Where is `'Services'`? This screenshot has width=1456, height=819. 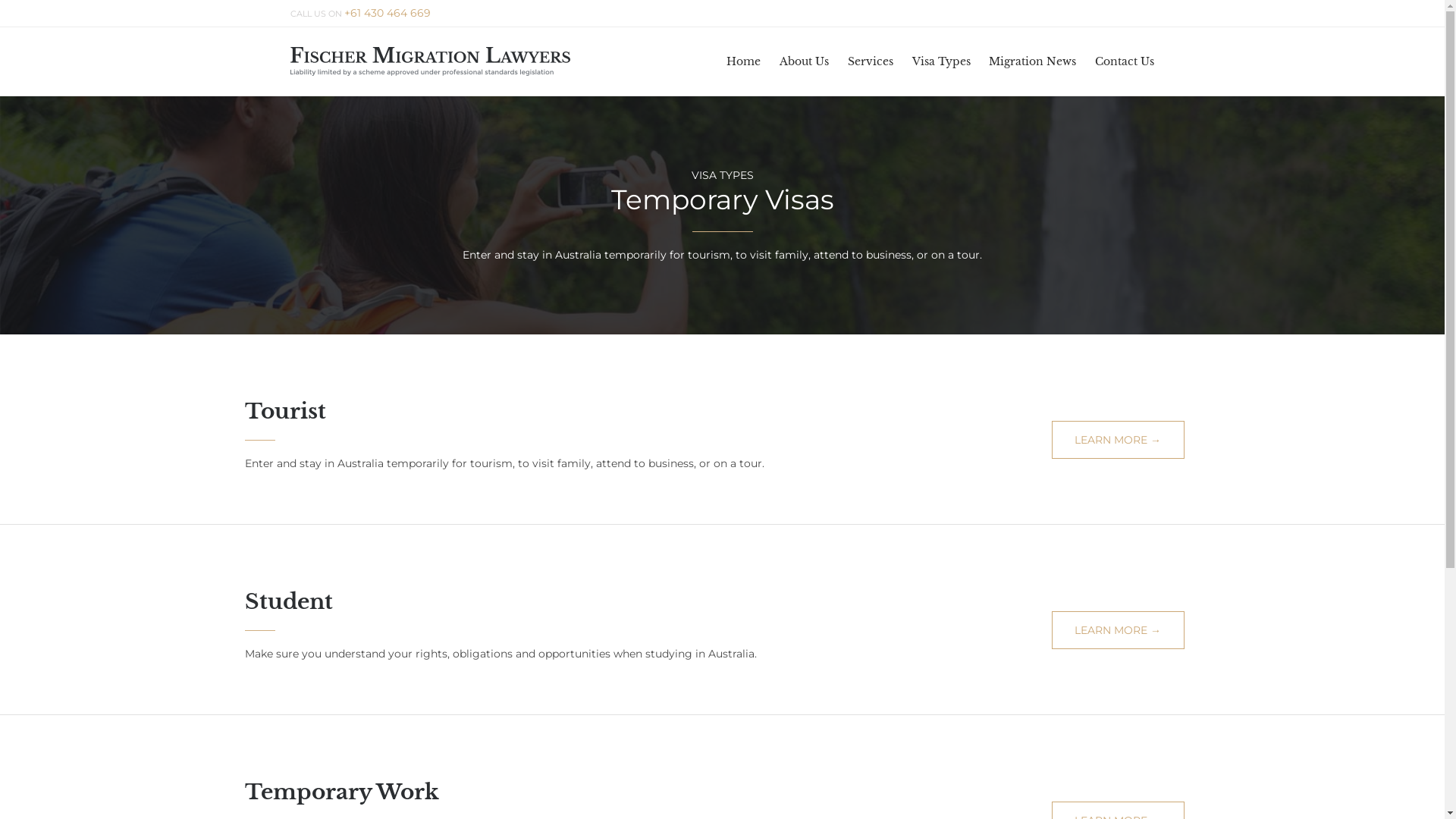 'Services' is located at coordinates (870, 61).